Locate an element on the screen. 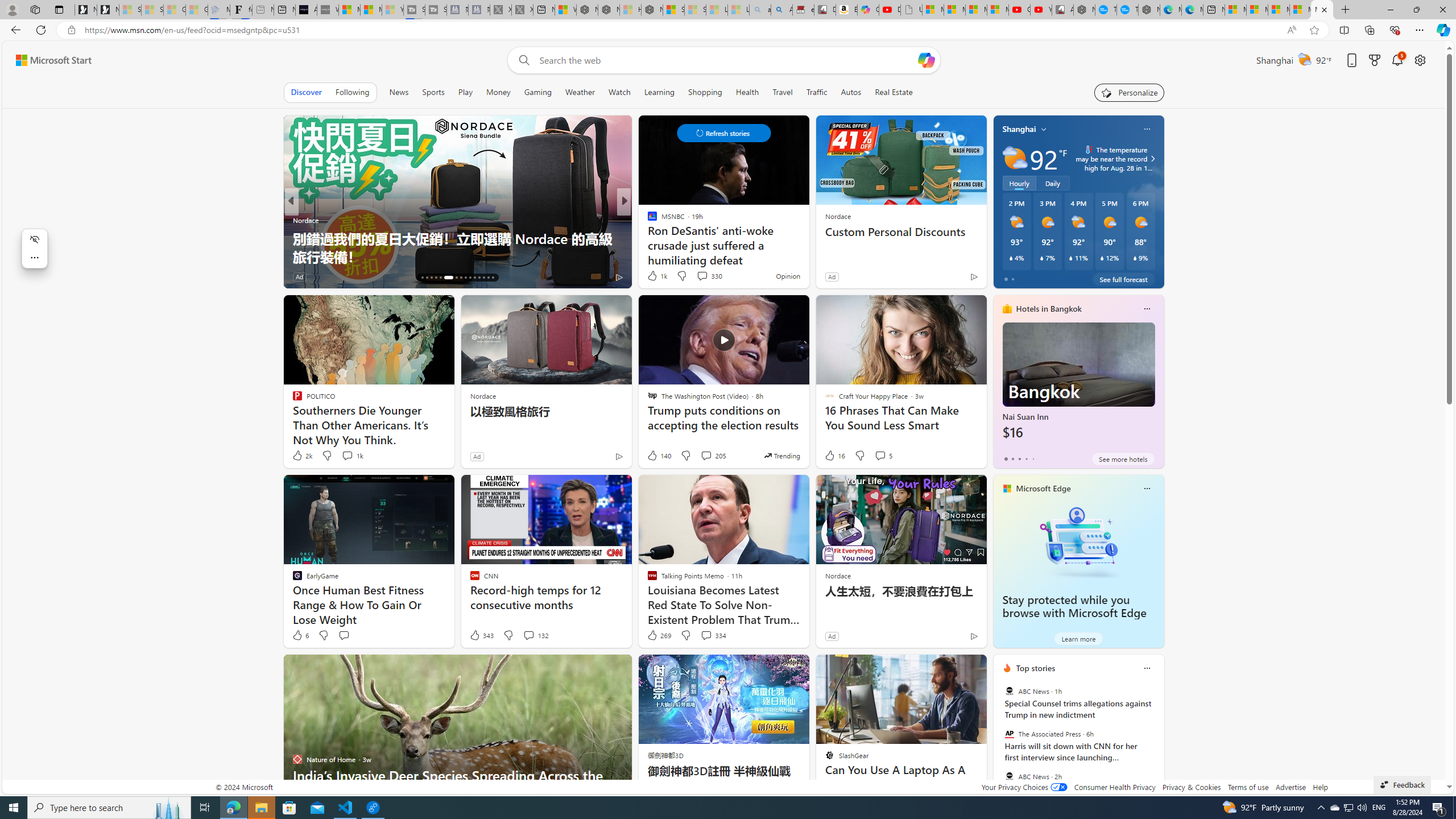 This screenshot has width=1456, height=819. 'View comments 2 Comment' is located at coordinates (702, 276).